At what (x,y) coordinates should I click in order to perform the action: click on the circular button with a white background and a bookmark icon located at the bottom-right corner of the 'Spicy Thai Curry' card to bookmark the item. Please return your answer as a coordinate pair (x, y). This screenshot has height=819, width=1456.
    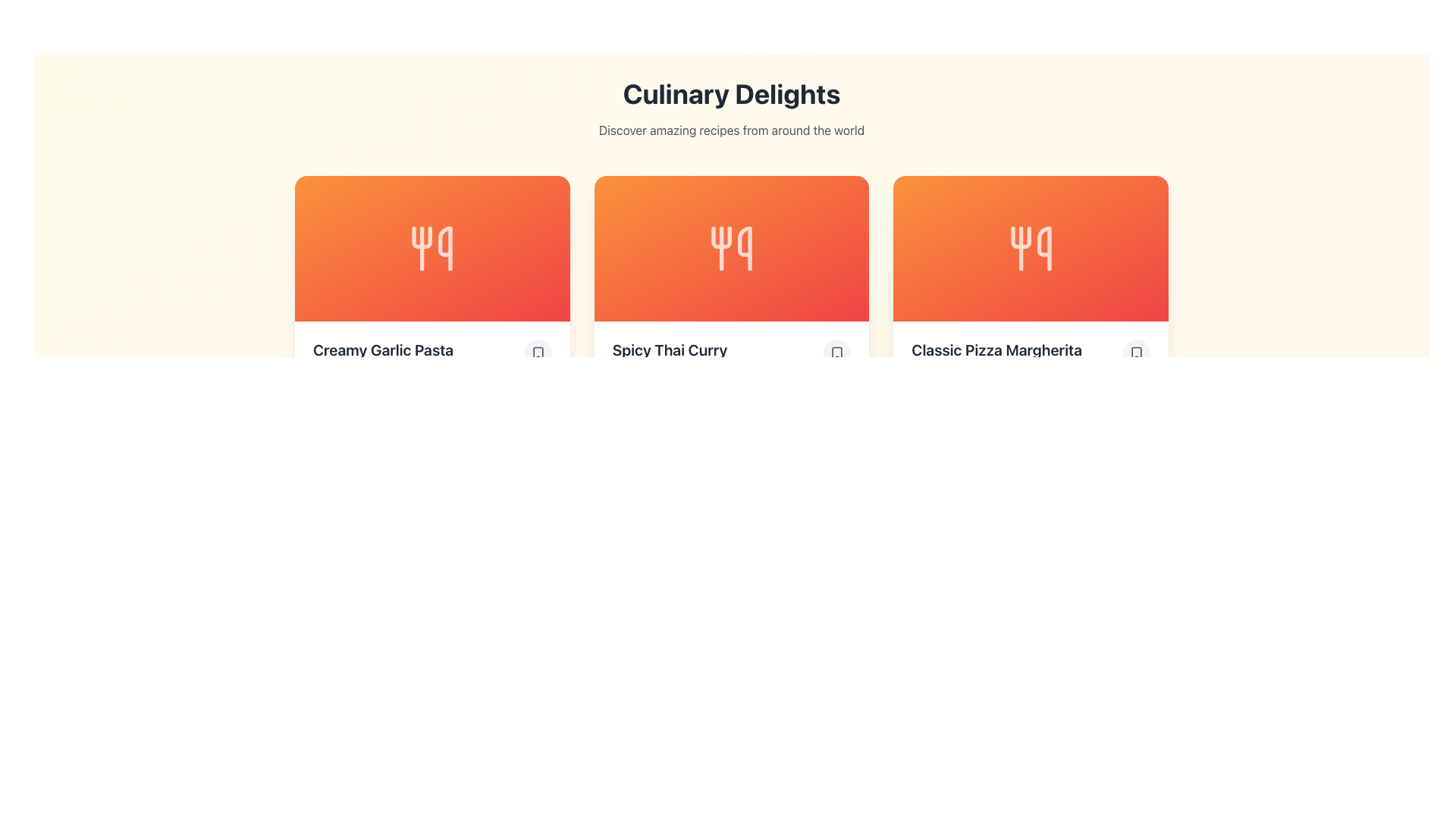
    Looking at the image, I should click on (836, 353).